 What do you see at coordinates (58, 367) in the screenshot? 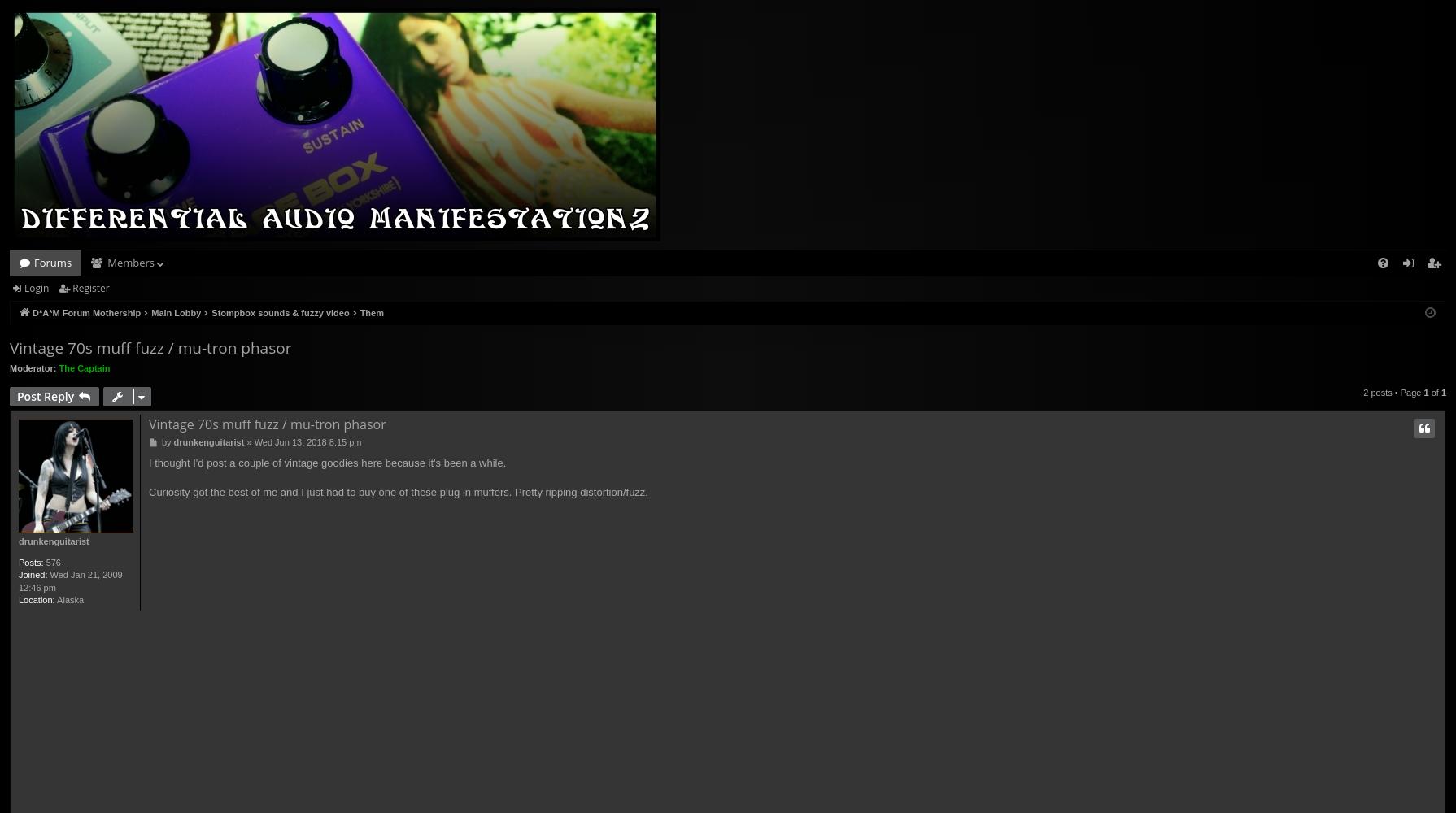
I see `'The Captain'` at bounding box center [58, 367].